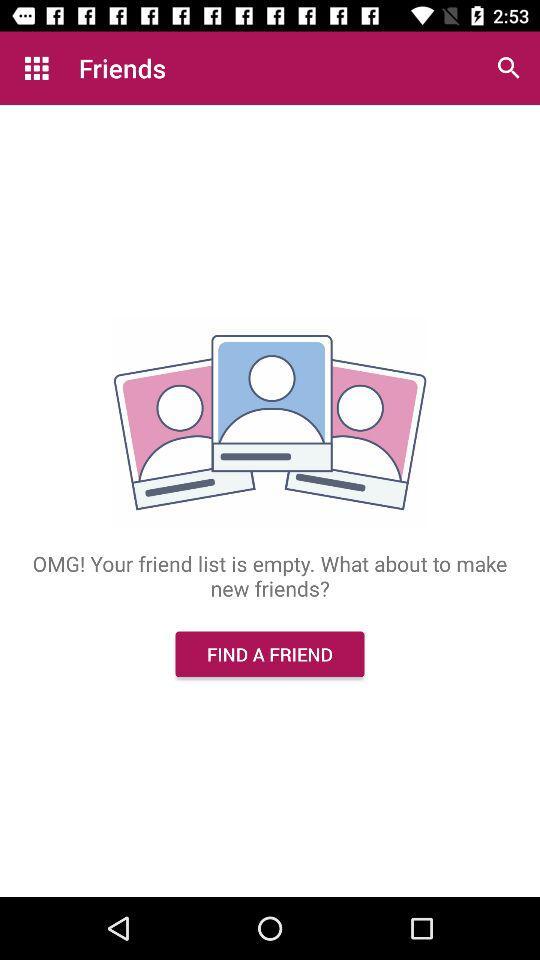 The width and height of the screenshot is (540, 960). I want to click on the item next to the friends icon, so click(508, 68).